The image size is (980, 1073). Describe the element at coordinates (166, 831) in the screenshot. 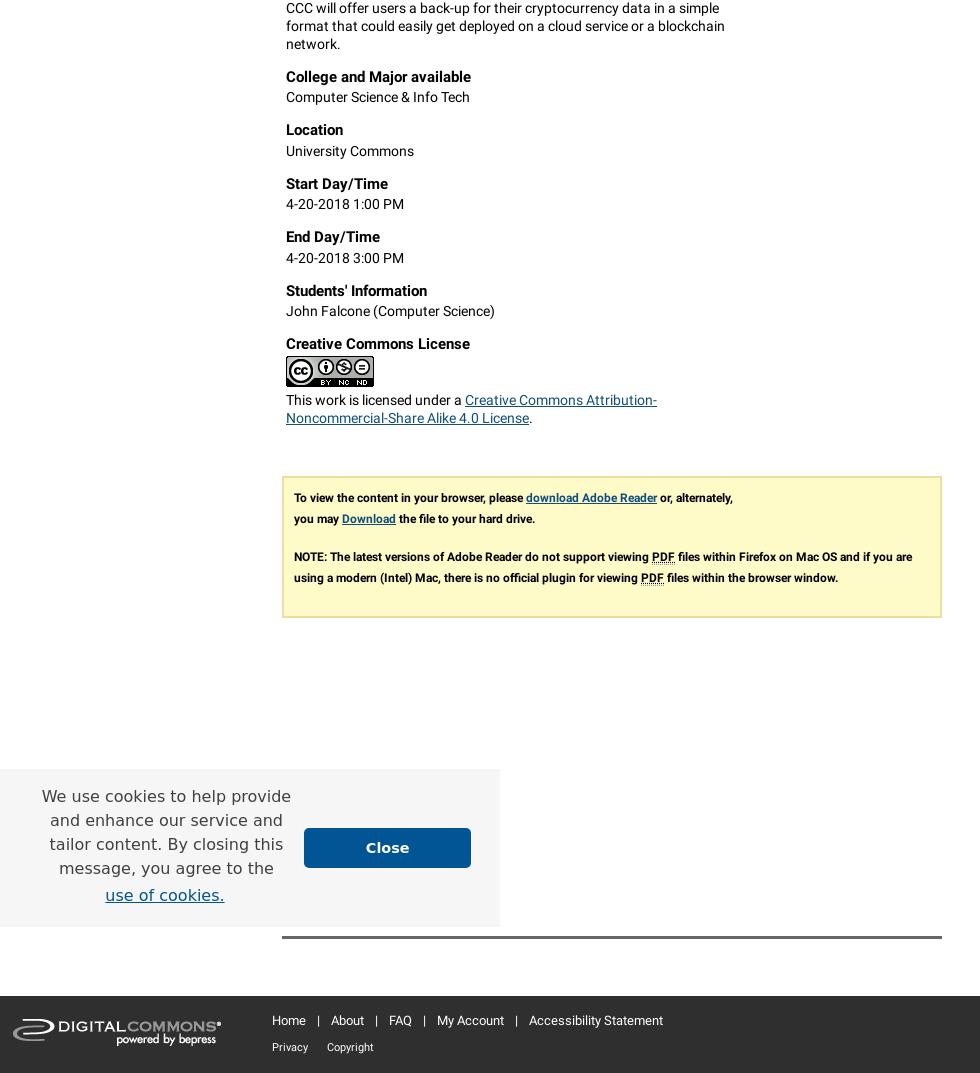

I see `'We use cookies to help provide and enhance our service and tailor content. By closing this message, you agree to the'` at that location.